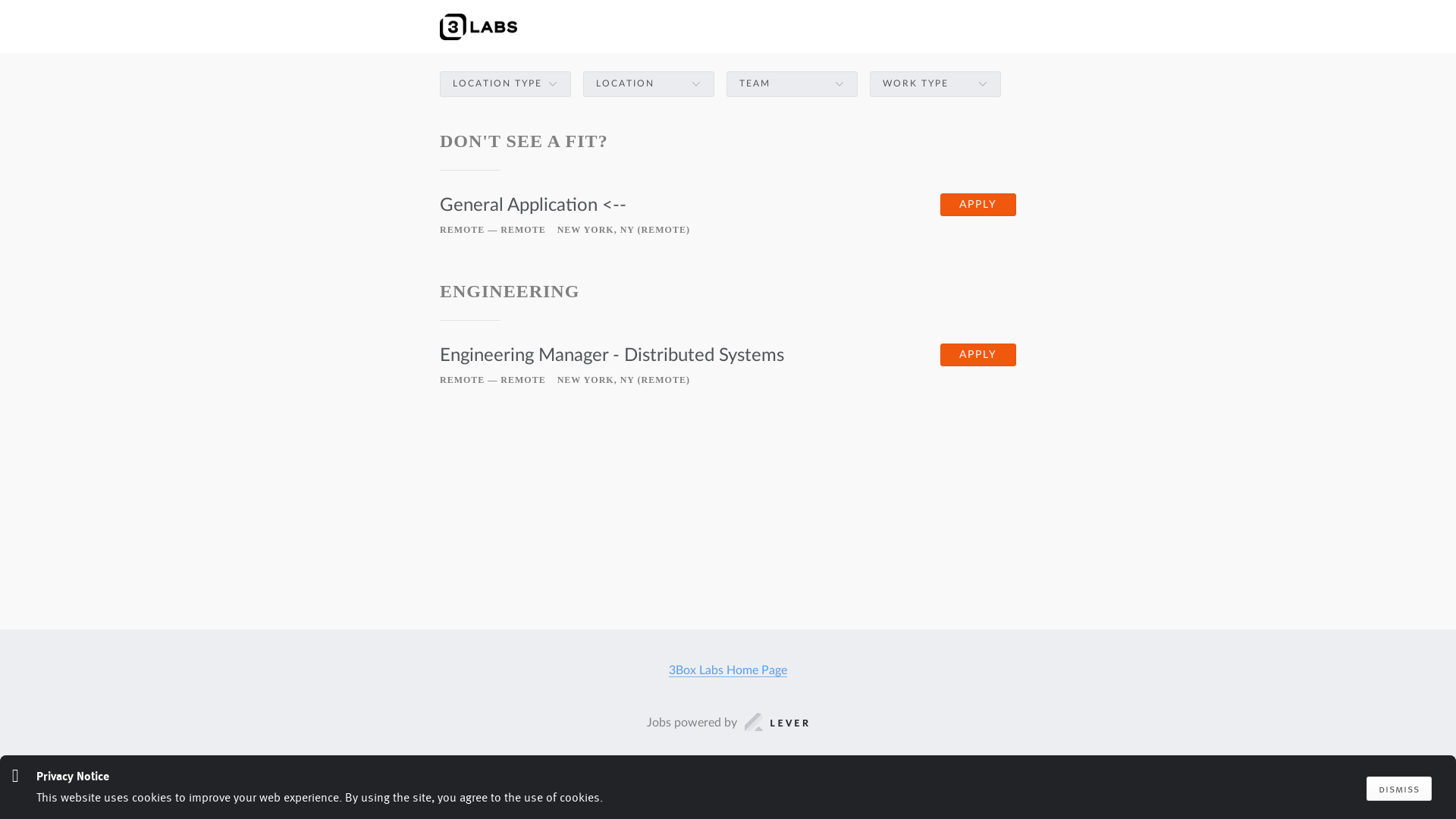 The image size is (1456, 819). Describe the element at coordinates (978, 205) in the screenshot. I see `'APPLY'` at that location.